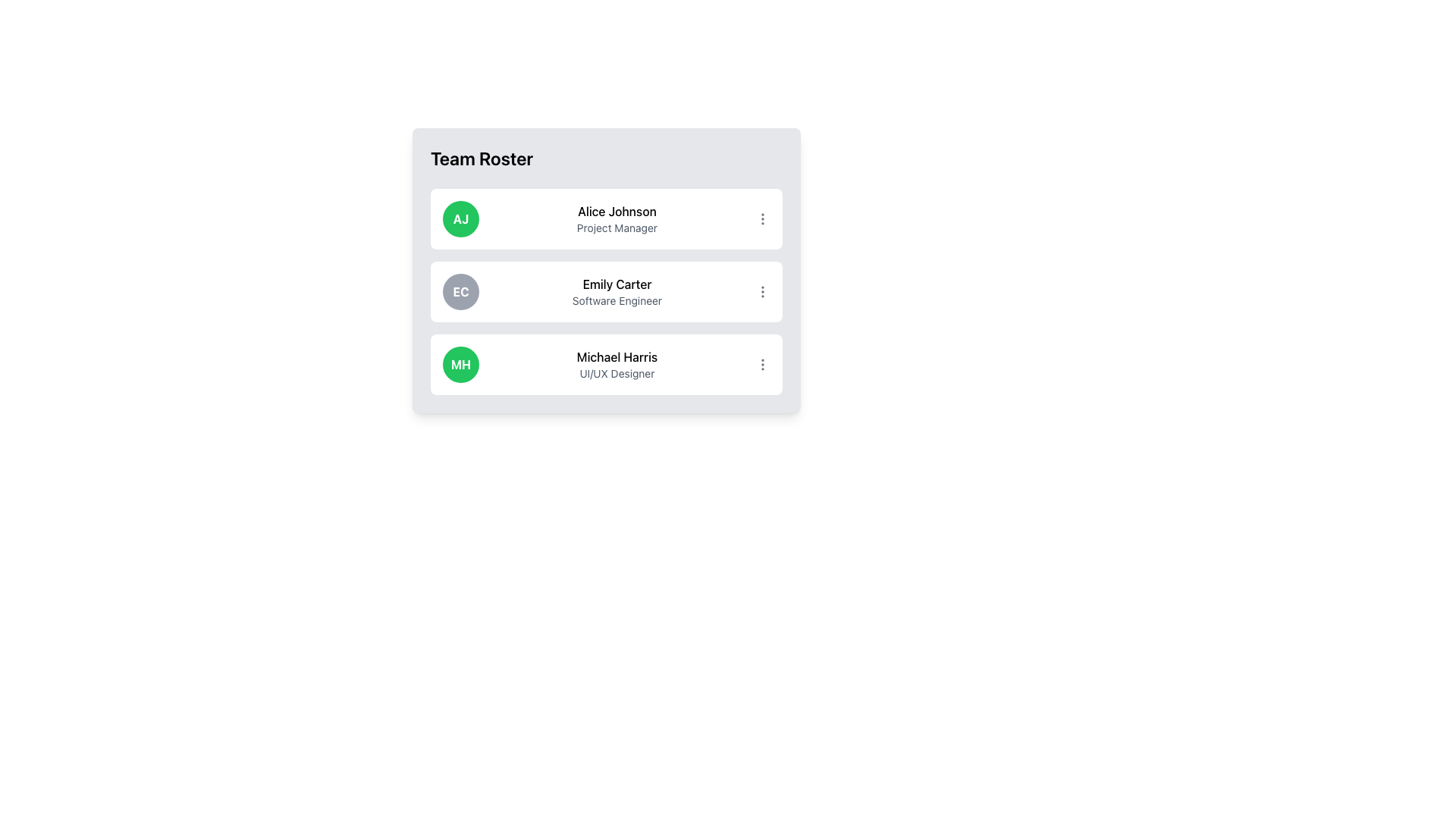 The height and width of the screenshot is (819, 1456). I want to click on the Text block displaying the name and title of the individual, which is the second list item in the 'Team Roster' panel, positioned below 'Alice Johnson' and above 'Michael Harris.', so click(617, 292).